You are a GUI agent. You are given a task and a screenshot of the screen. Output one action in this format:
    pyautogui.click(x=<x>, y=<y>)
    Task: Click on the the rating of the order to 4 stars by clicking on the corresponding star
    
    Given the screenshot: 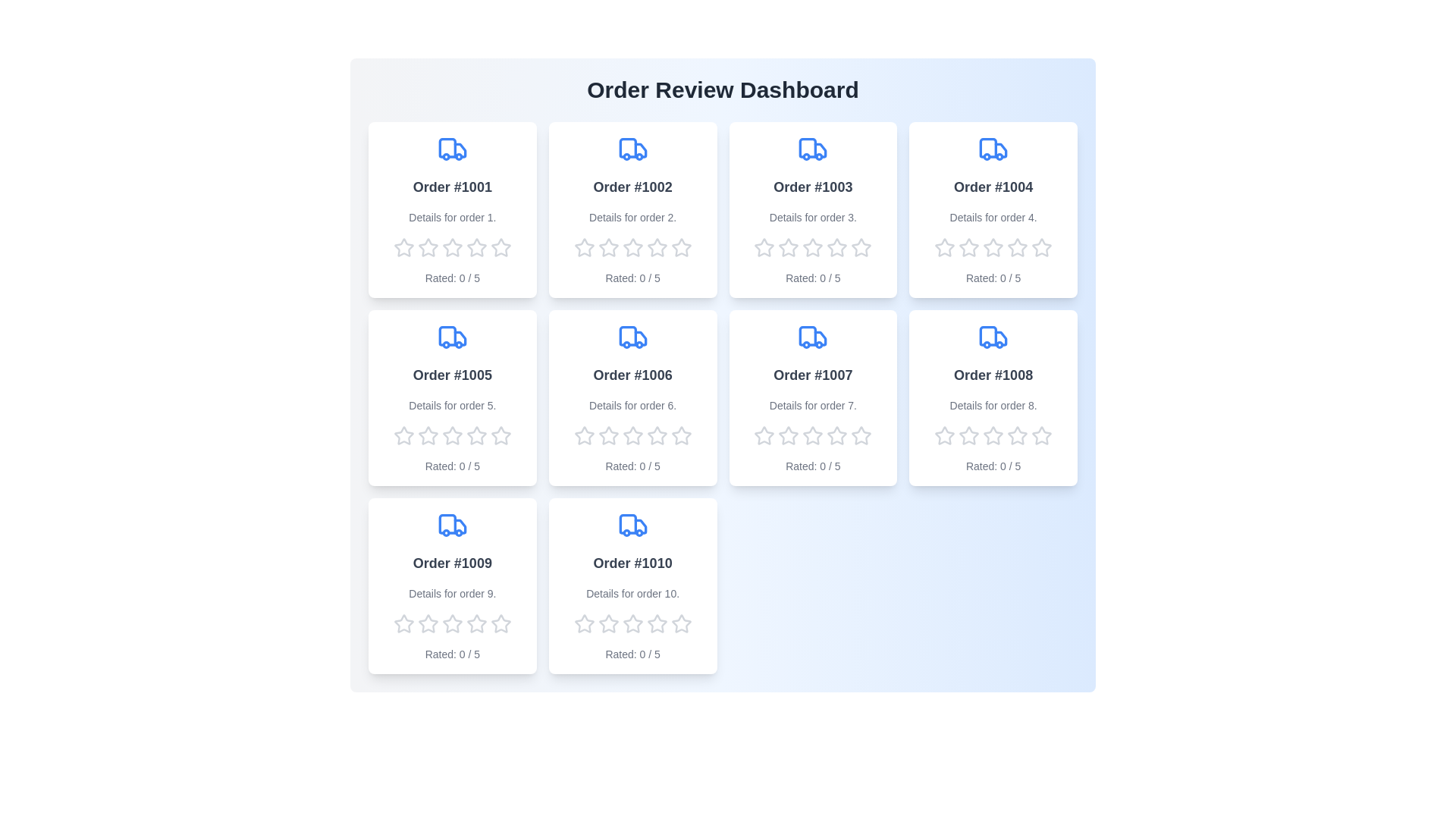 What is the action you would take?
    pyautogui.click(x=475, y=247)
    